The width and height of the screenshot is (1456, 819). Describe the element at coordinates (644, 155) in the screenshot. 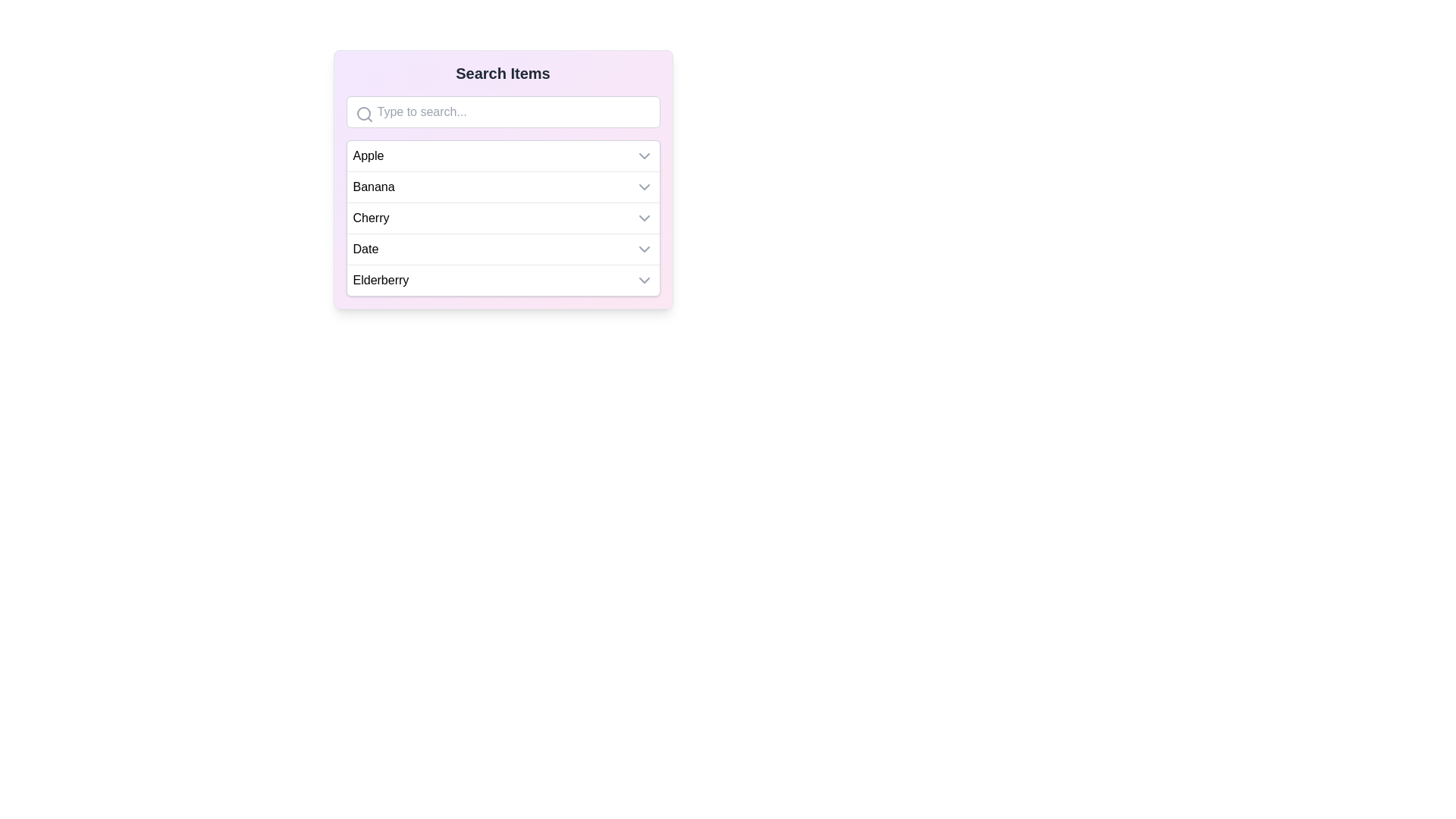

I see `the downward-facing chevron arrow icon located at the far right of the row labeled 'Apple' to potentially reveal hover effects` at that location.